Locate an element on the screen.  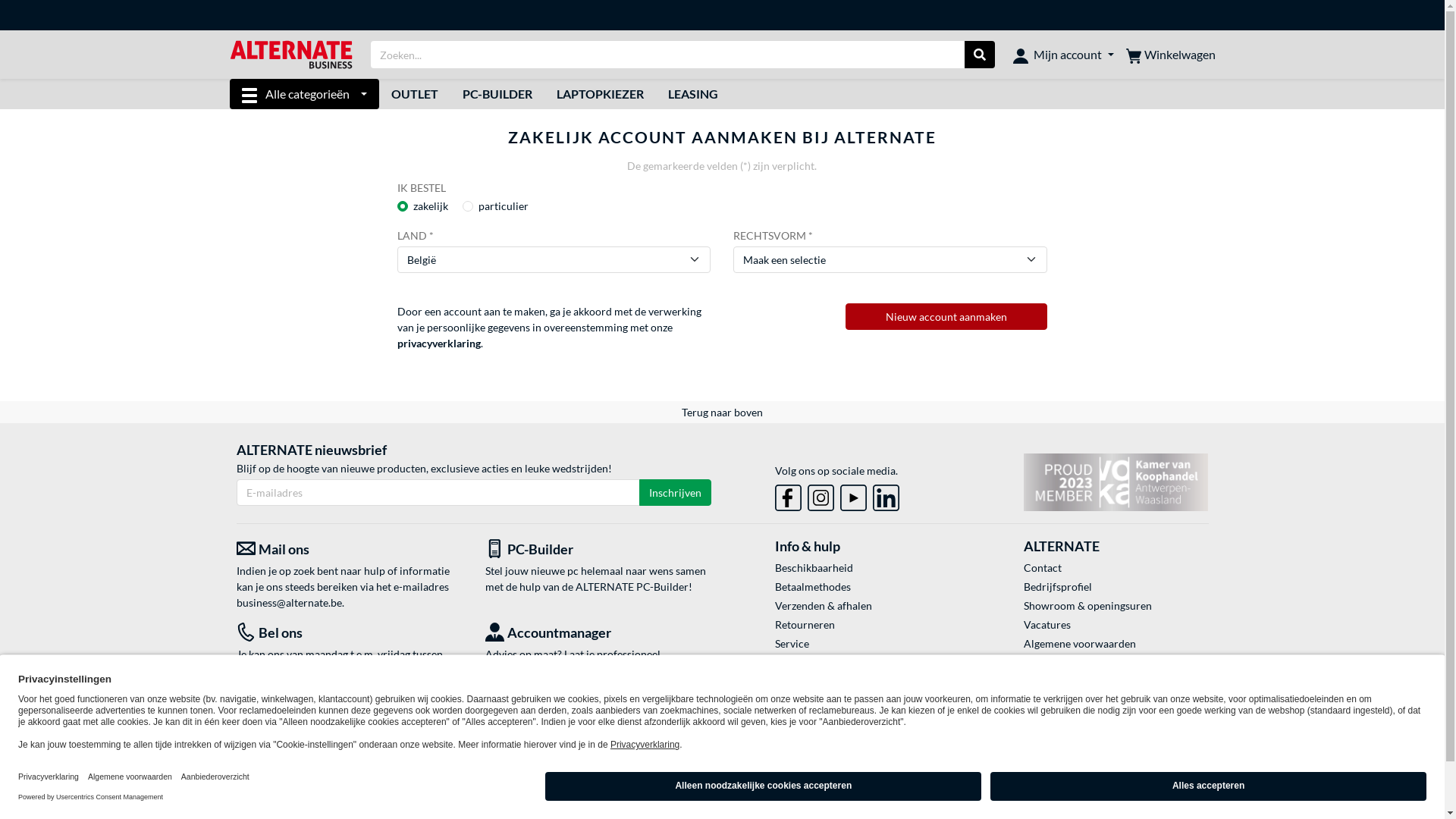
'Betaalmethodes' is located at coordinates (867, 585).